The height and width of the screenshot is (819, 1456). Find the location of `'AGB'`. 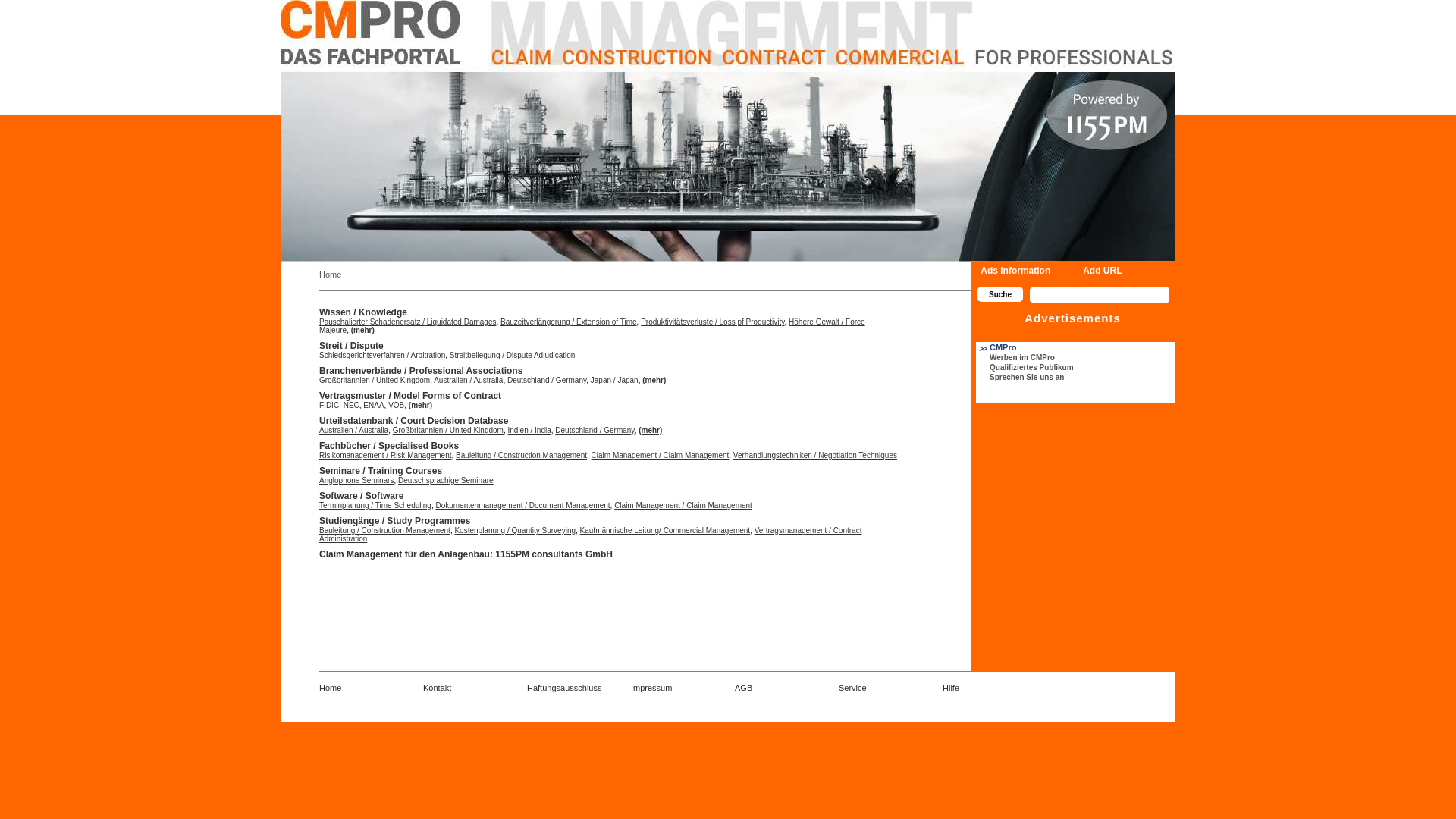

'AGB' is located at coordinates (743, 687).